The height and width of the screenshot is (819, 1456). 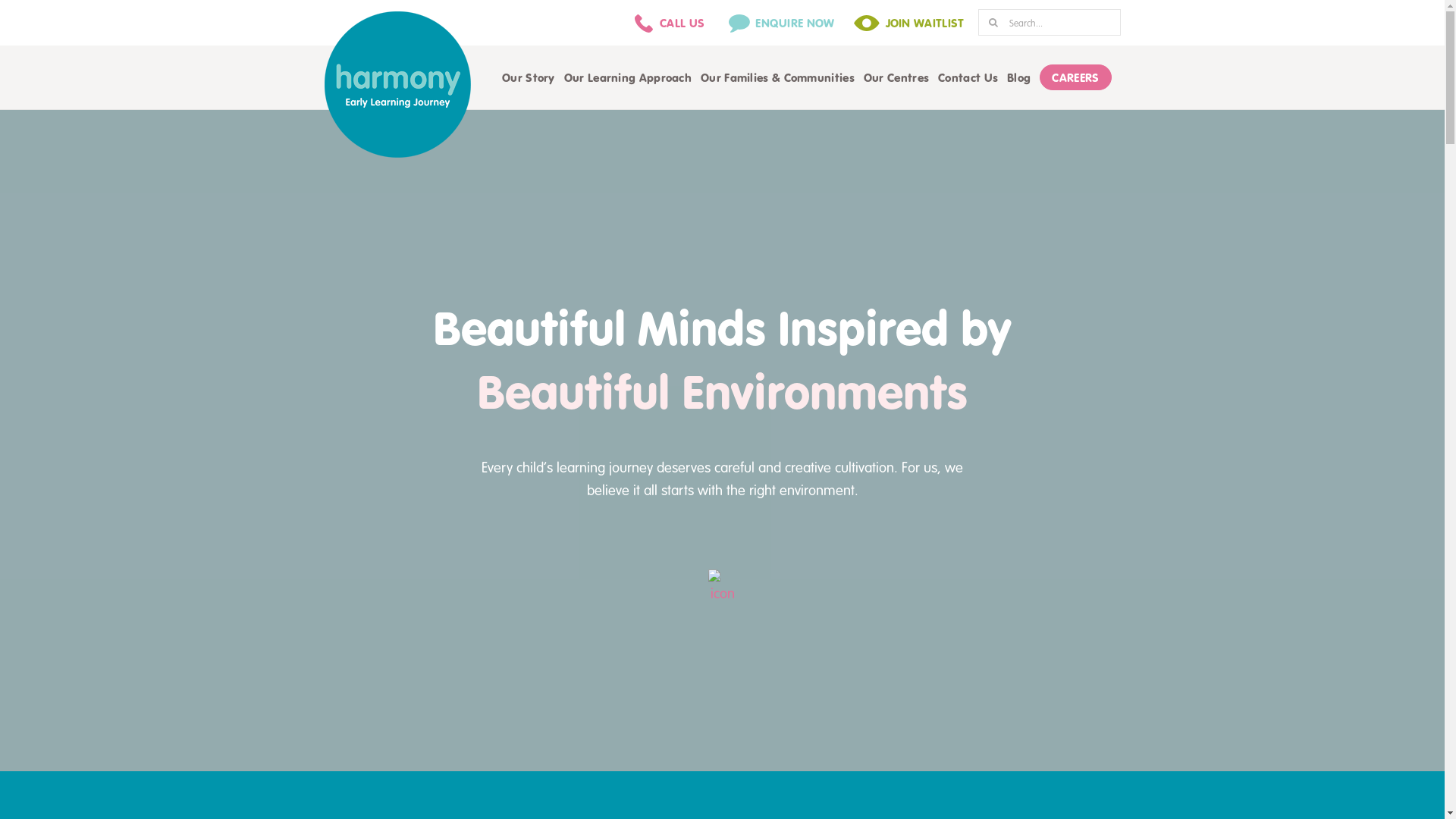 What do you see at coordinates (967, 77) in the screenshot?
I see `'Contact Us'` at bounding box center [967, 77].